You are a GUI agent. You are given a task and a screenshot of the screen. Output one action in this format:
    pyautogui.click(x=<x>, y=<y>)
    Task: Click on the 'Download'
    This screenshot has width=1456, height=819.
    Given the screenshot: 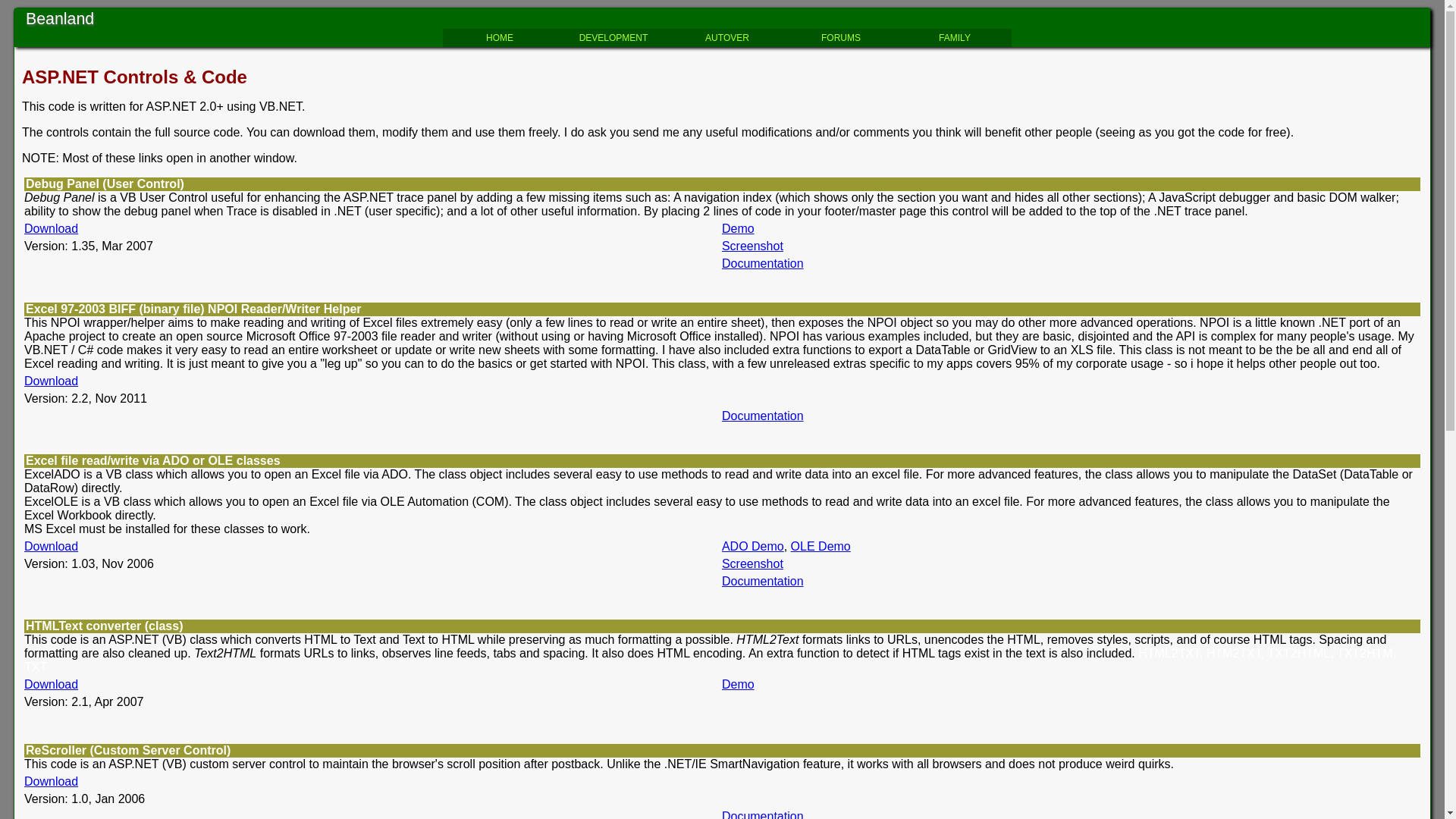 What is the action you would take?
    pyautogui.click(x=51, y=781)
    